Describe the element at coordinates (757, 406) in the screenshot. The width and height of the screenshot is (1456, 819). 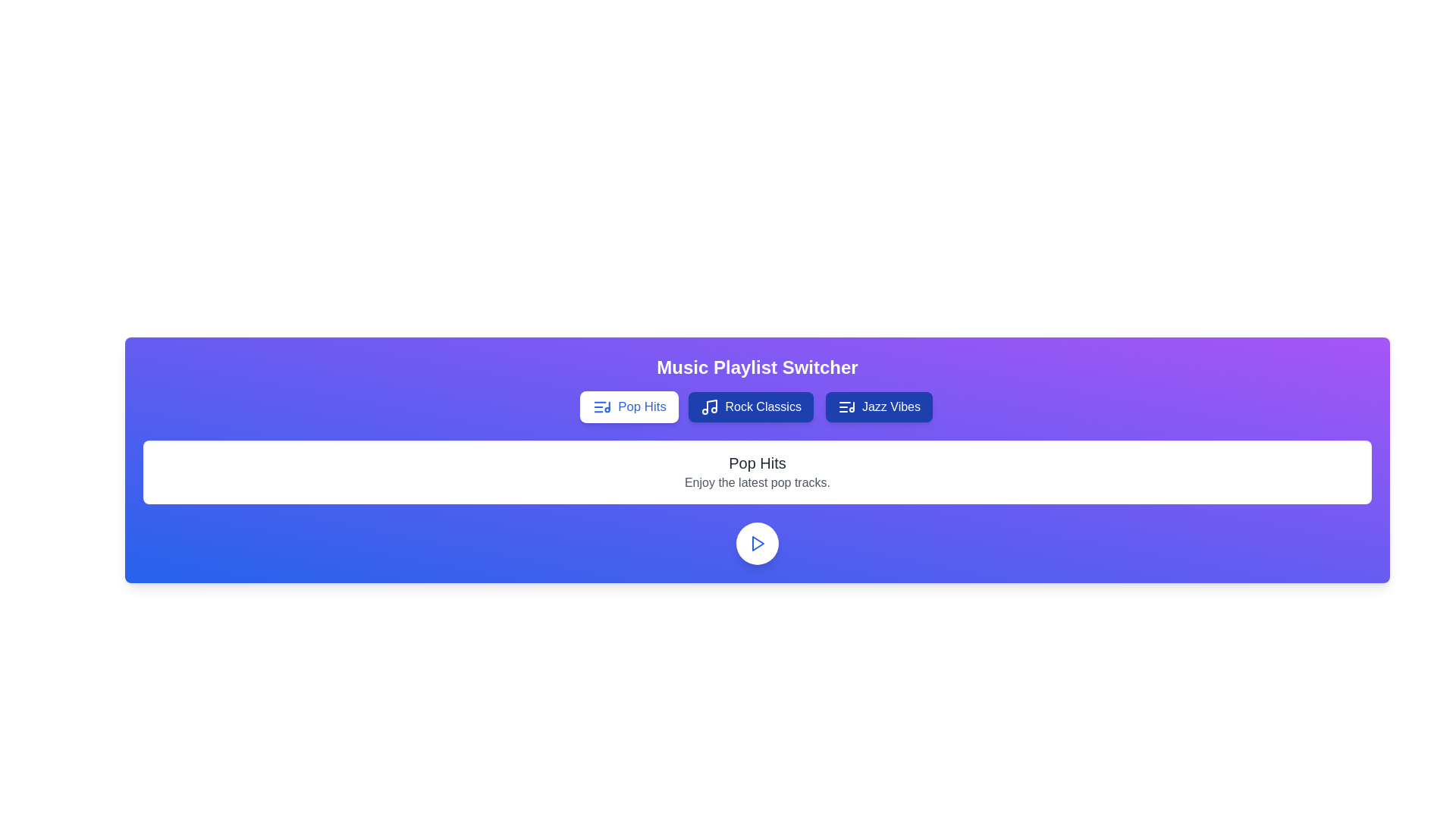
I see `the second button from the left in the 'Music Playlist Switcher'` at that location.